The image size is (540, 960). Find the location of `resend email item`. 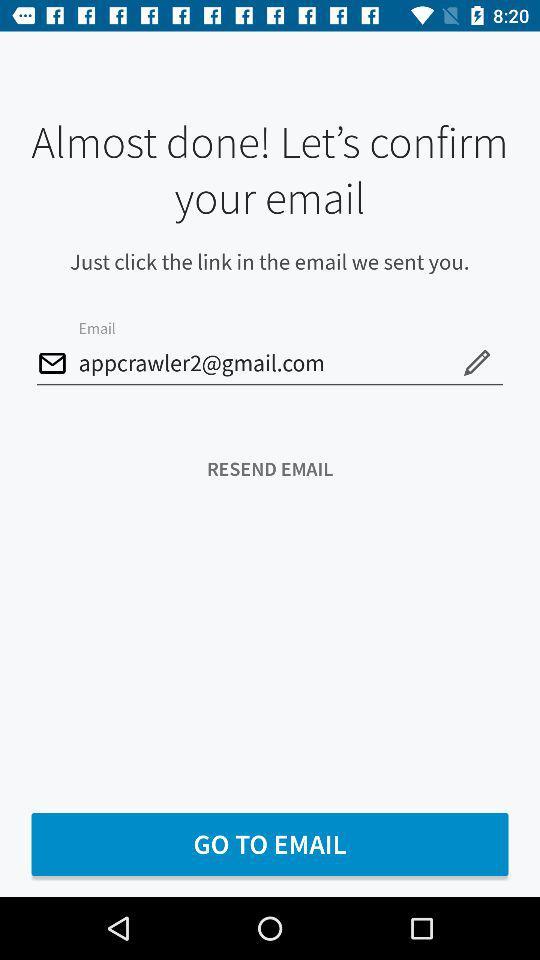

resend email item is located at coordinates (270, 469).